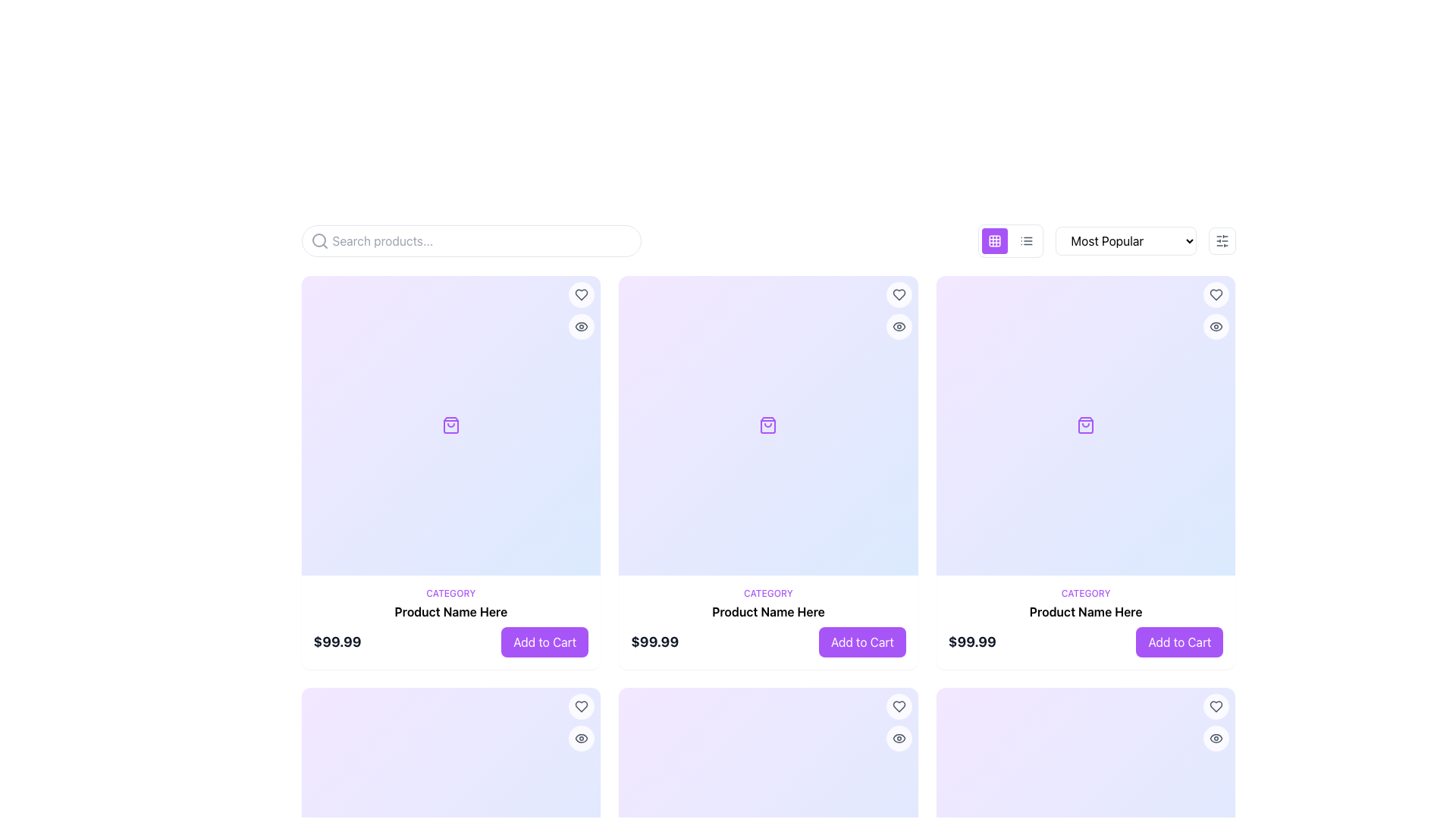 Image resolution: width=1456 pixels, height=819 pixels. I want to click on the elliptical eye-shaped icon with a hollow center, located in the top-right portion of a card, just to the left of a heart icon, so click(899, 326).